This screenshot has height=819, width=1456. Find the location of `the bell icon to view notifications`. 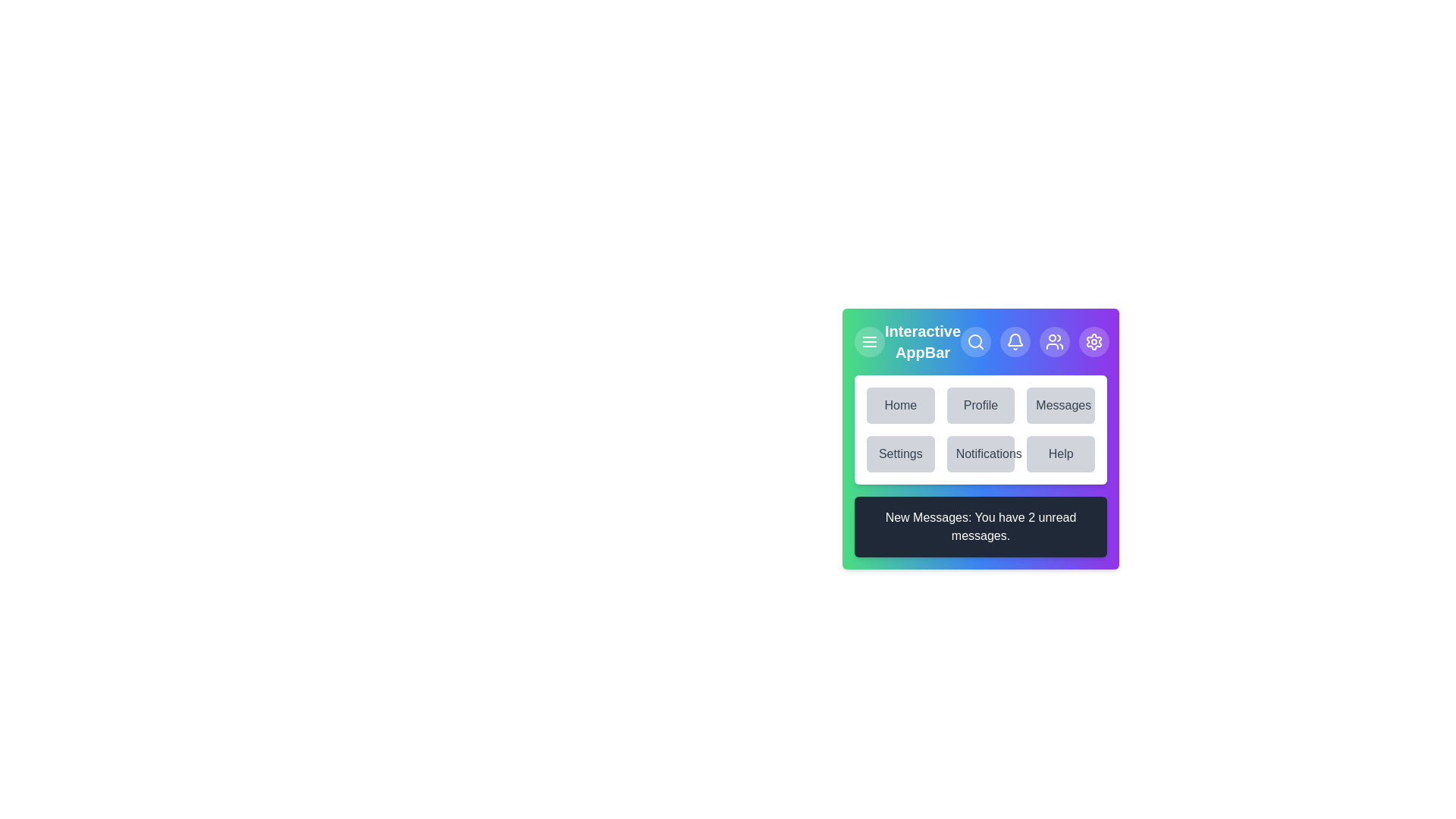

the bell icon to view notifications is located at coordinates (1015, 342).